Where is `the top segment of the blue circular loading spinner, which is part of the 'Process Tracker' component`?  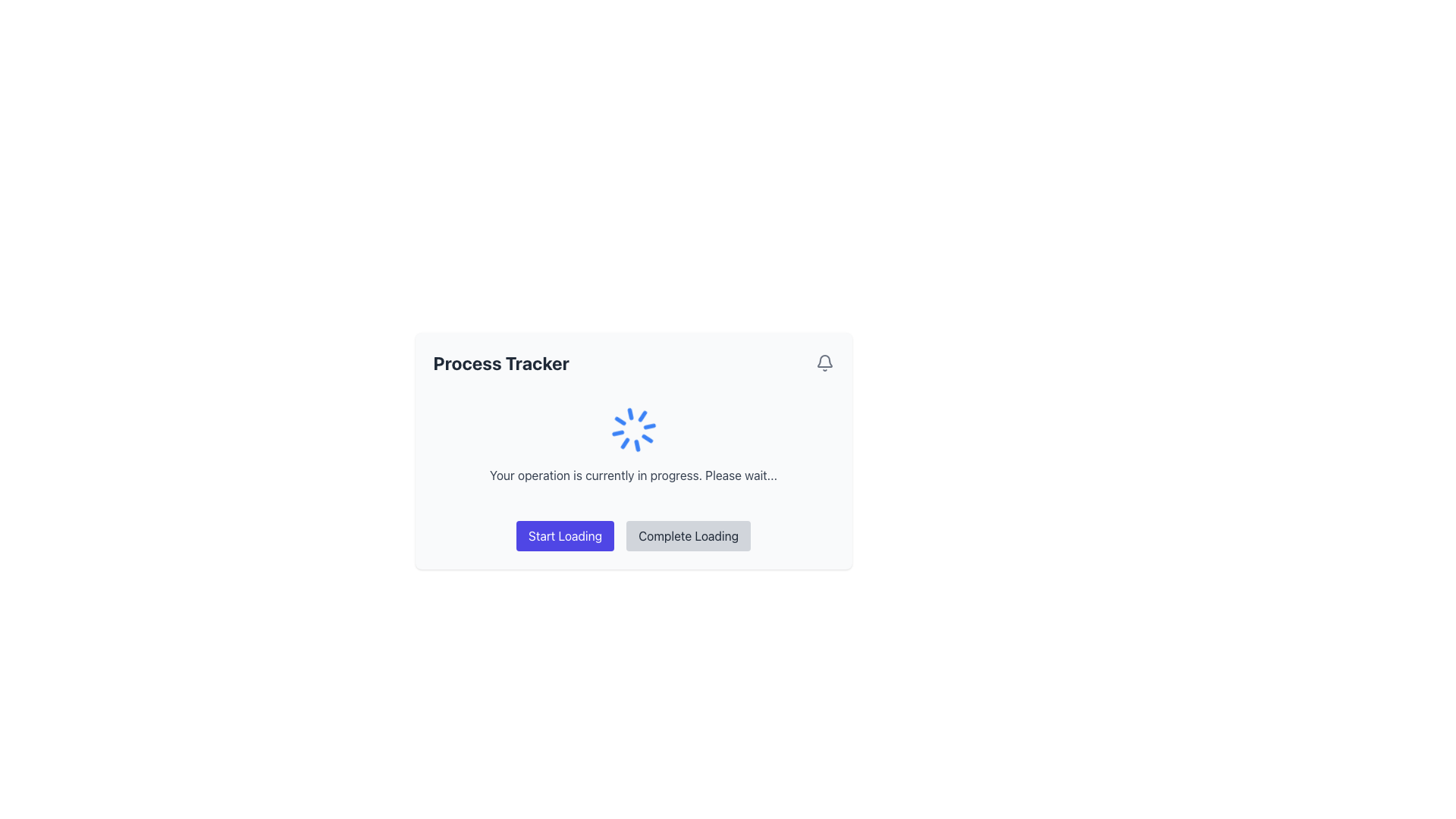 the top segment of the blue circular loading spinner, which is part of the 'Process Tracker' component is located at coordinates (637, 444).